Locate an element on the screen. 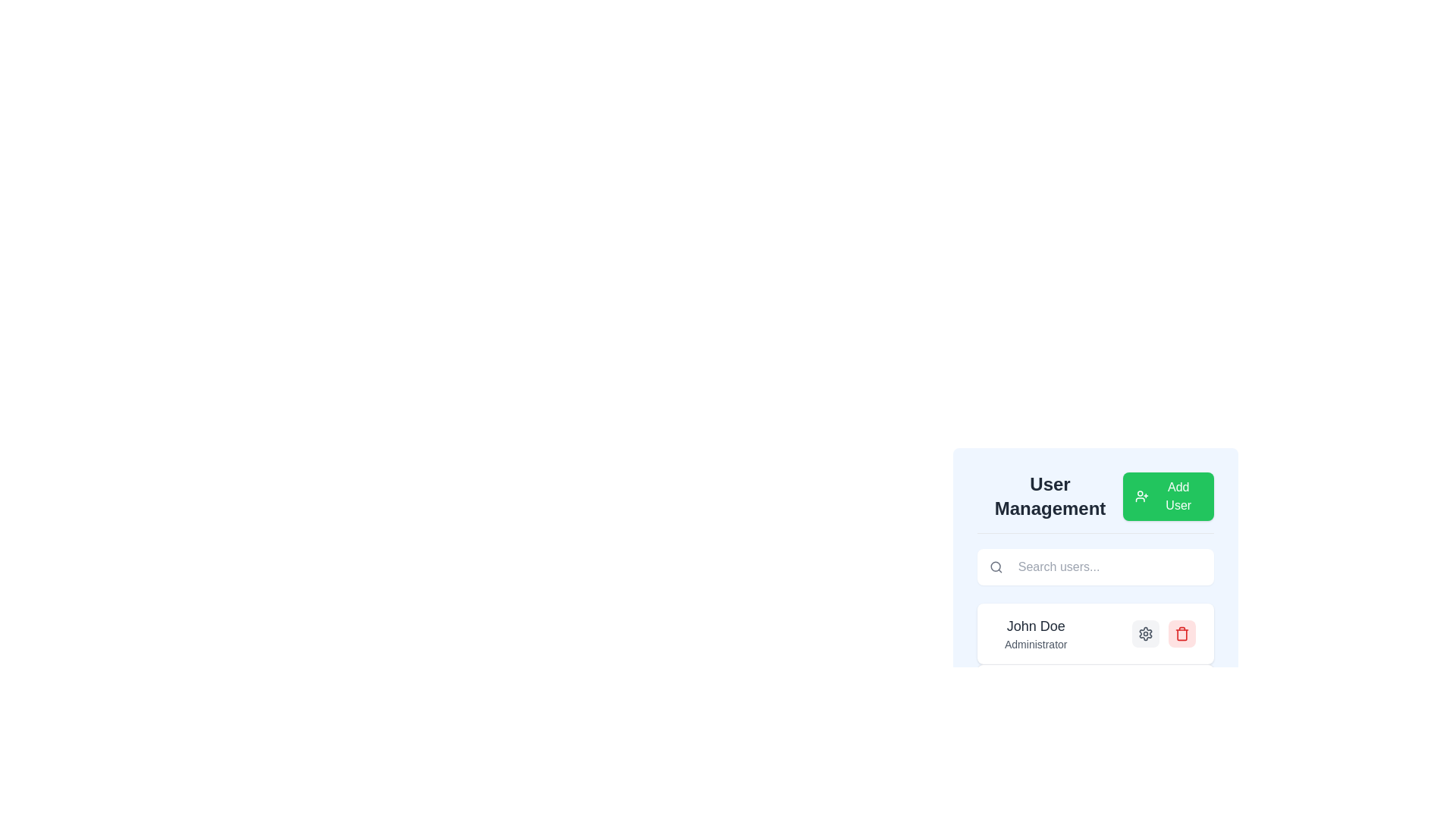  the small gray magnifying glass-shaped icon representing search functionality, located at the leftmost part of the search input field marked 'Search users...' is located at coordinates (996, 567).